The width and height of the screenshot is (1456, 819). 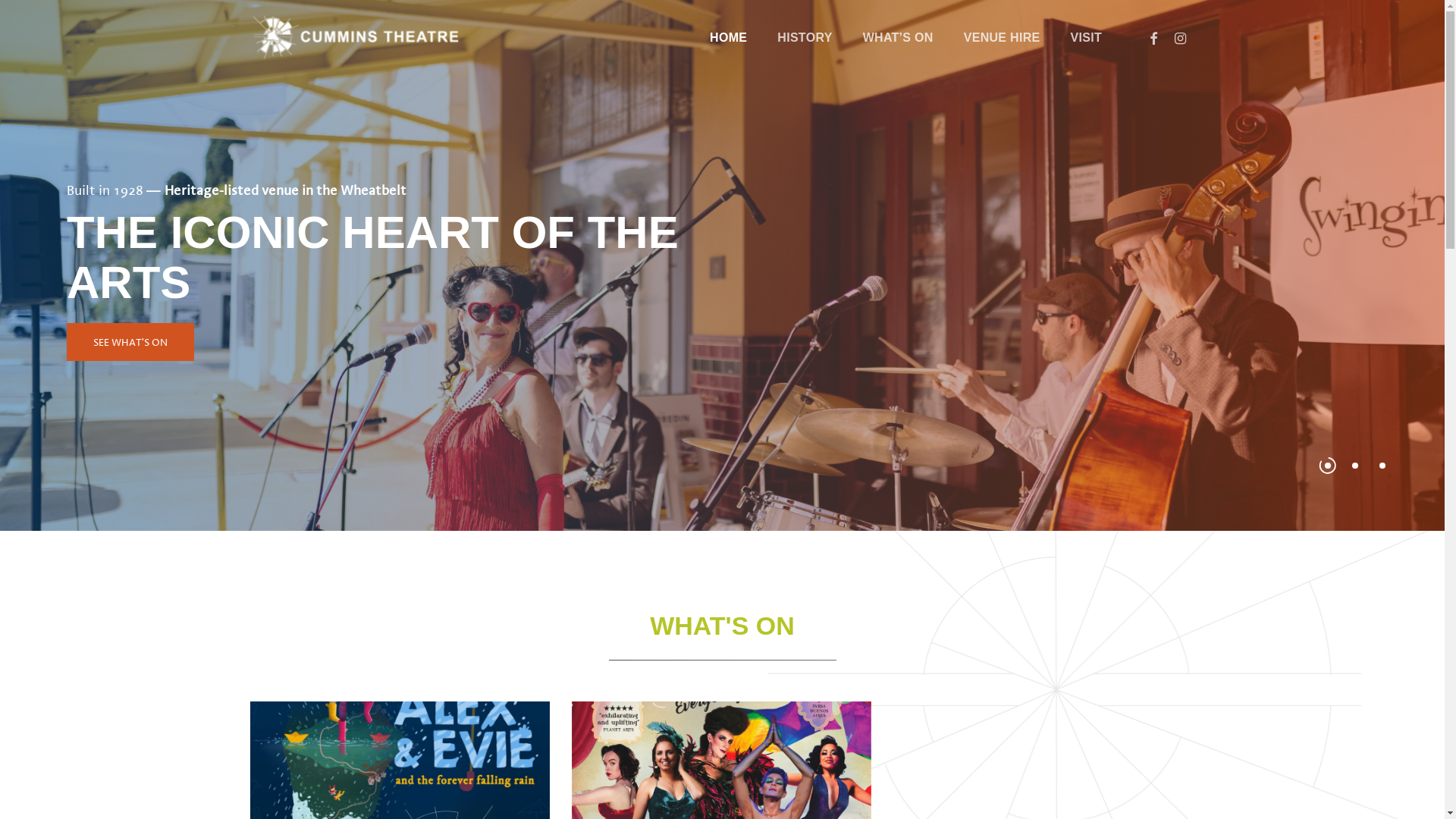 What do you see at coordinates (130, 342) in the screenshot?
I see `'SEE WHAT'S ON'` at bounding box center [130, 342].